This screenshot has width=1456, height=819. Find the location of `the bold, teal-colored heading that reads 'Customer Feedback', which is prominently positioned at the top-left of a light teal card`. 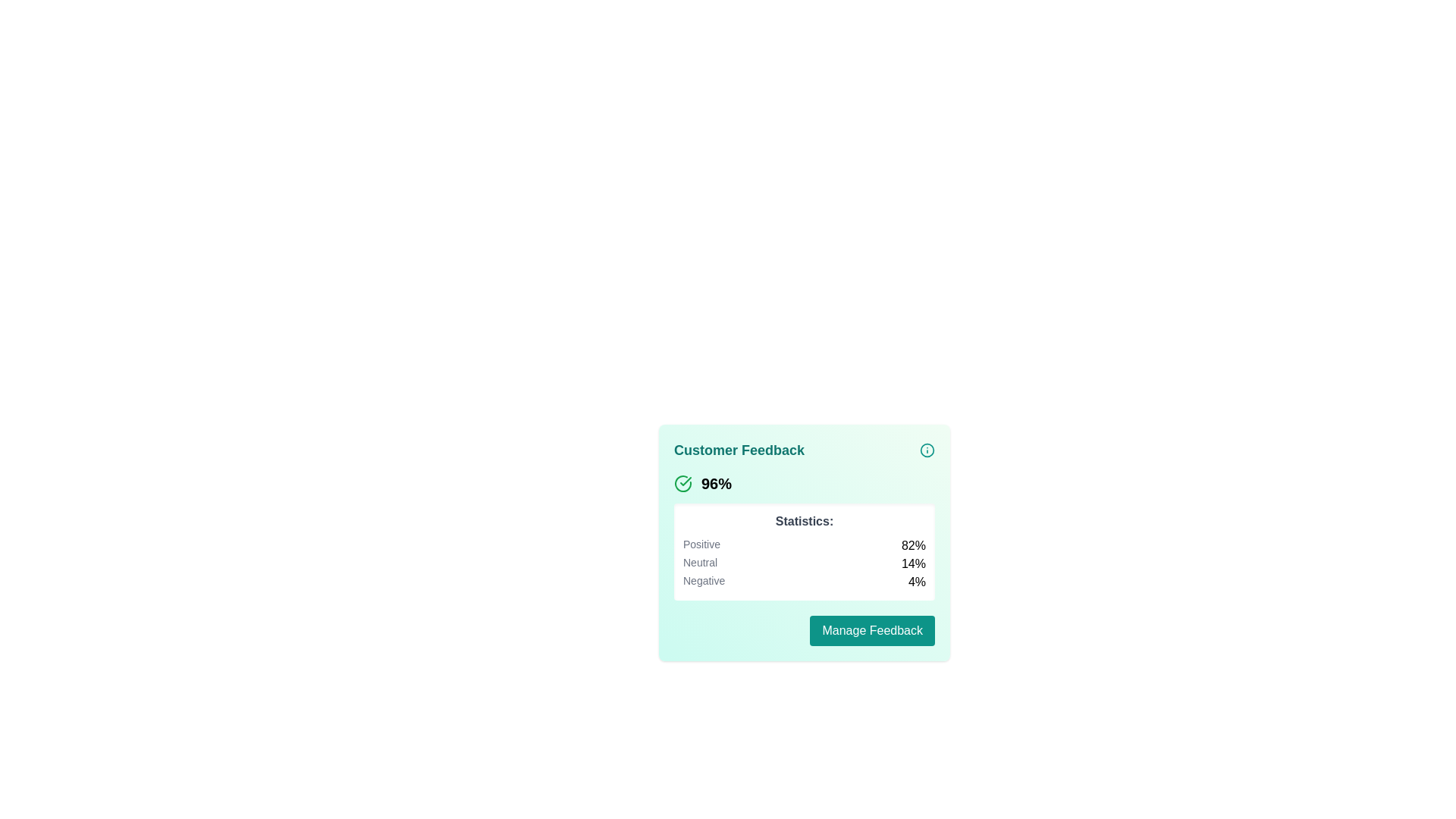

the bold, teal-colored heading that reads 'Customer Feedback', which is prominently positioned at the top-left of a light teal card is located at coordinates (739, 450).